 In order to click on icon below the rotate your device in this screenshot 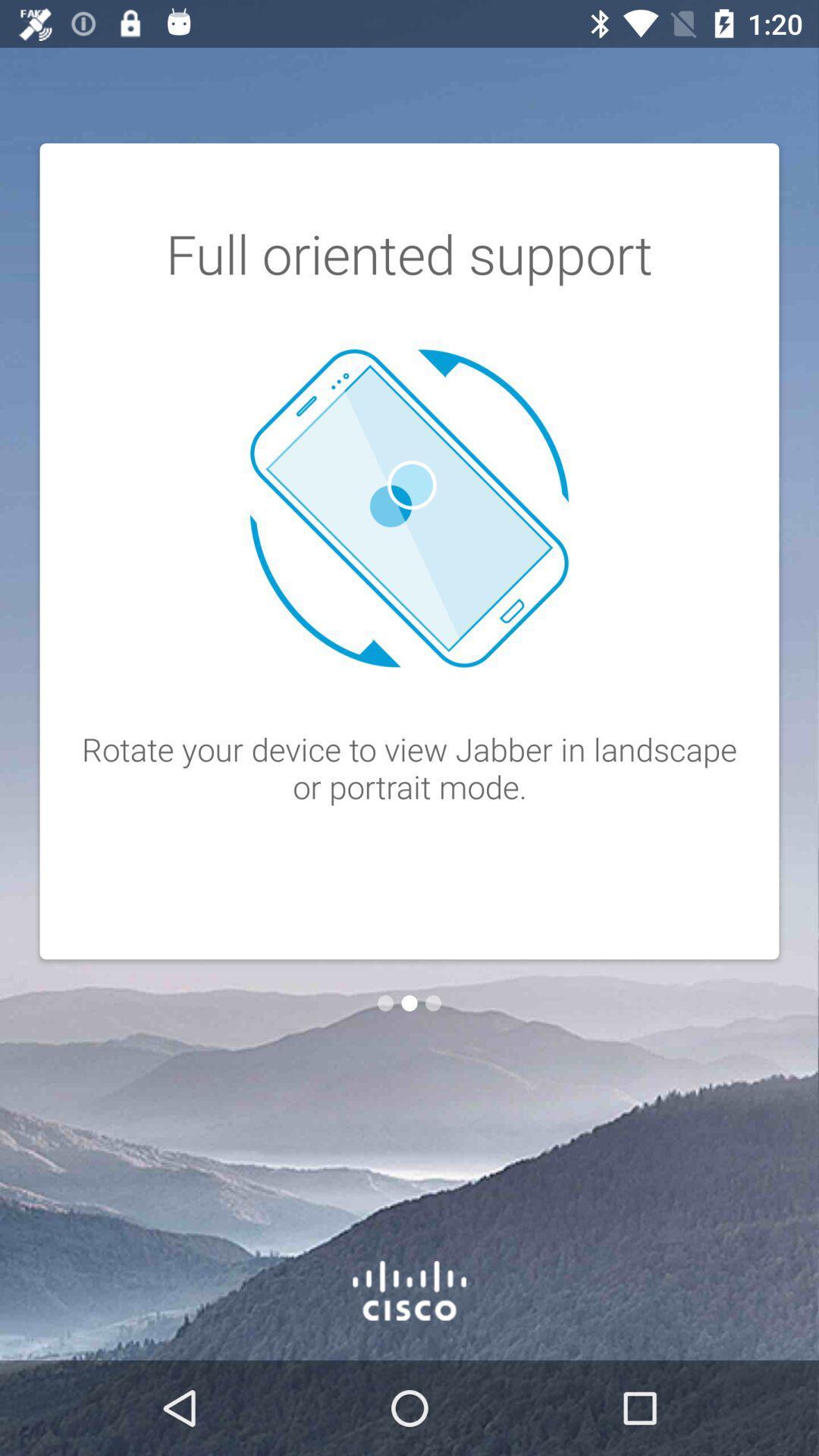, I will do `click(409, 1003)`.